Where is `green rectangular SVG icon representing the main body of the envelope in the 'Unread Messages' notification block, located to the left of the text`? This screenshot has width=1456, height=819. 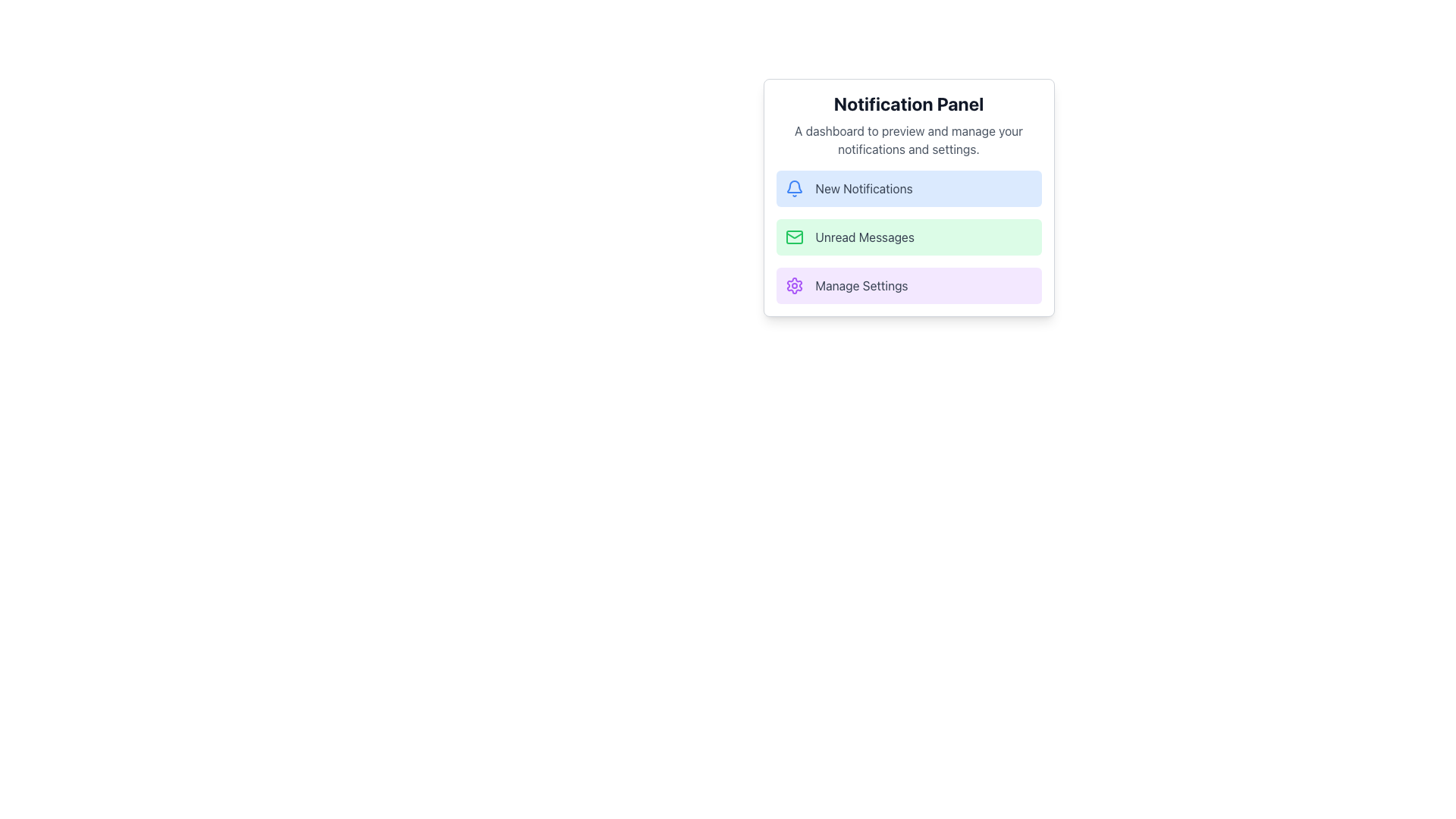
green rectangular SVG icon representing the main body of the envelope in the 'Unread Messages' notification block, located to the left of the text is located at coordinates (793, 237).